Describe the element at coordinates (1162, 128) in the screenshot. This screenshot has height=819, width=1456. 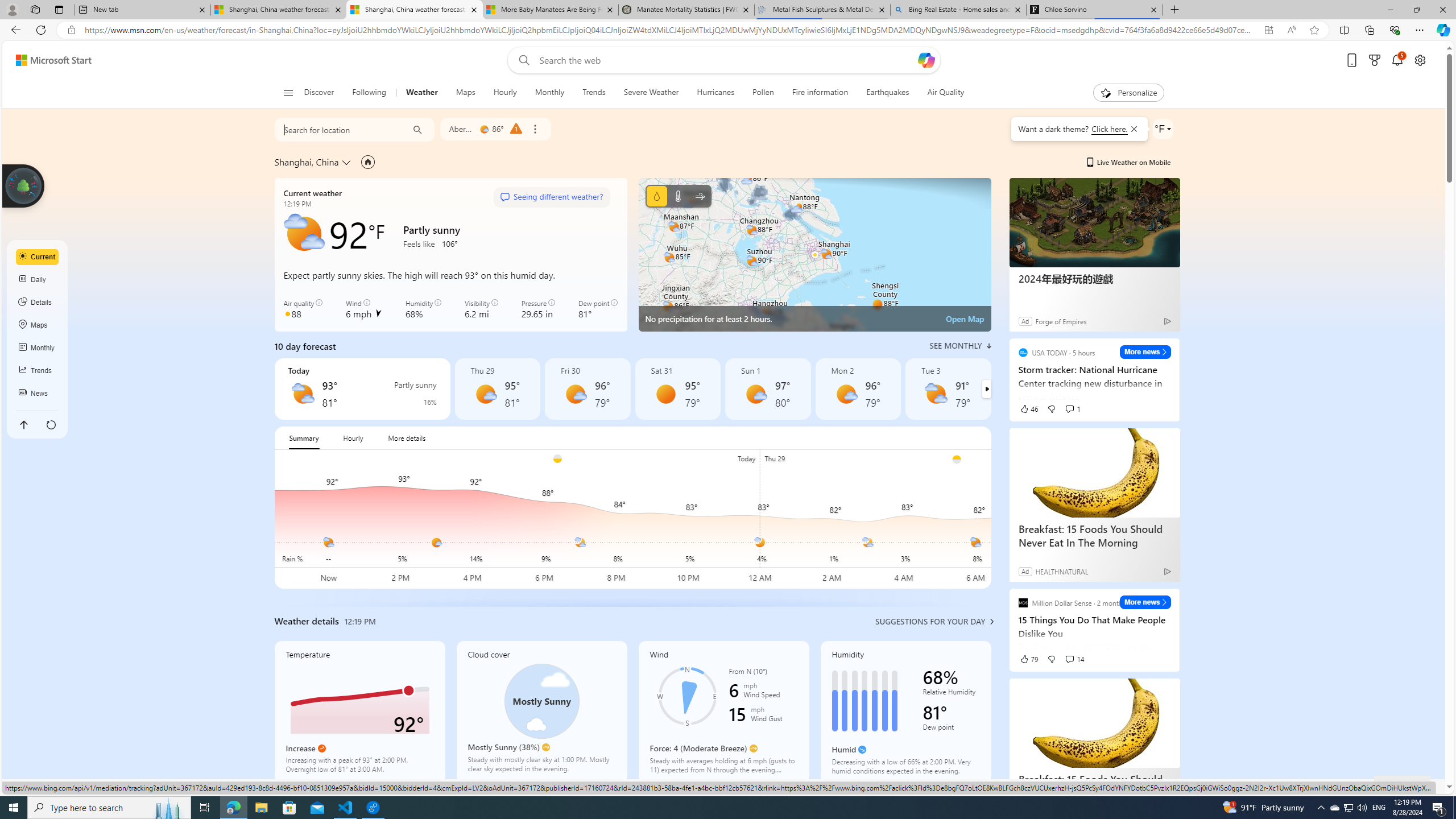
I see `'Weather settings'` at that location.